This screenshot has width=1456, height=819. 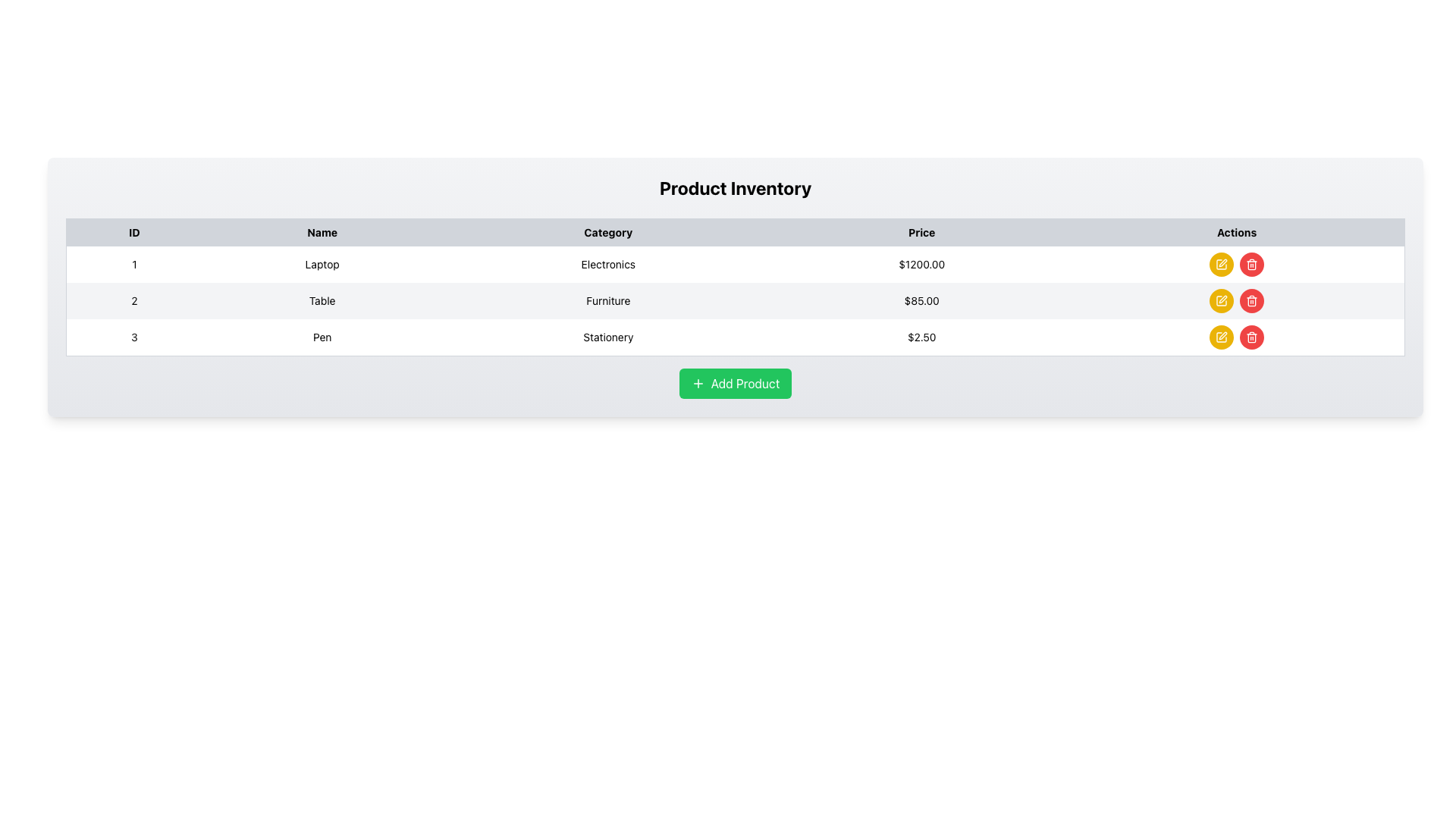 What do you see at coordinates (1237, 263) in the screenshot?
I see `the yellow circular button with an edit icon in the actions column for the 'Laptop' entry` at bounding box center [1237, 263].